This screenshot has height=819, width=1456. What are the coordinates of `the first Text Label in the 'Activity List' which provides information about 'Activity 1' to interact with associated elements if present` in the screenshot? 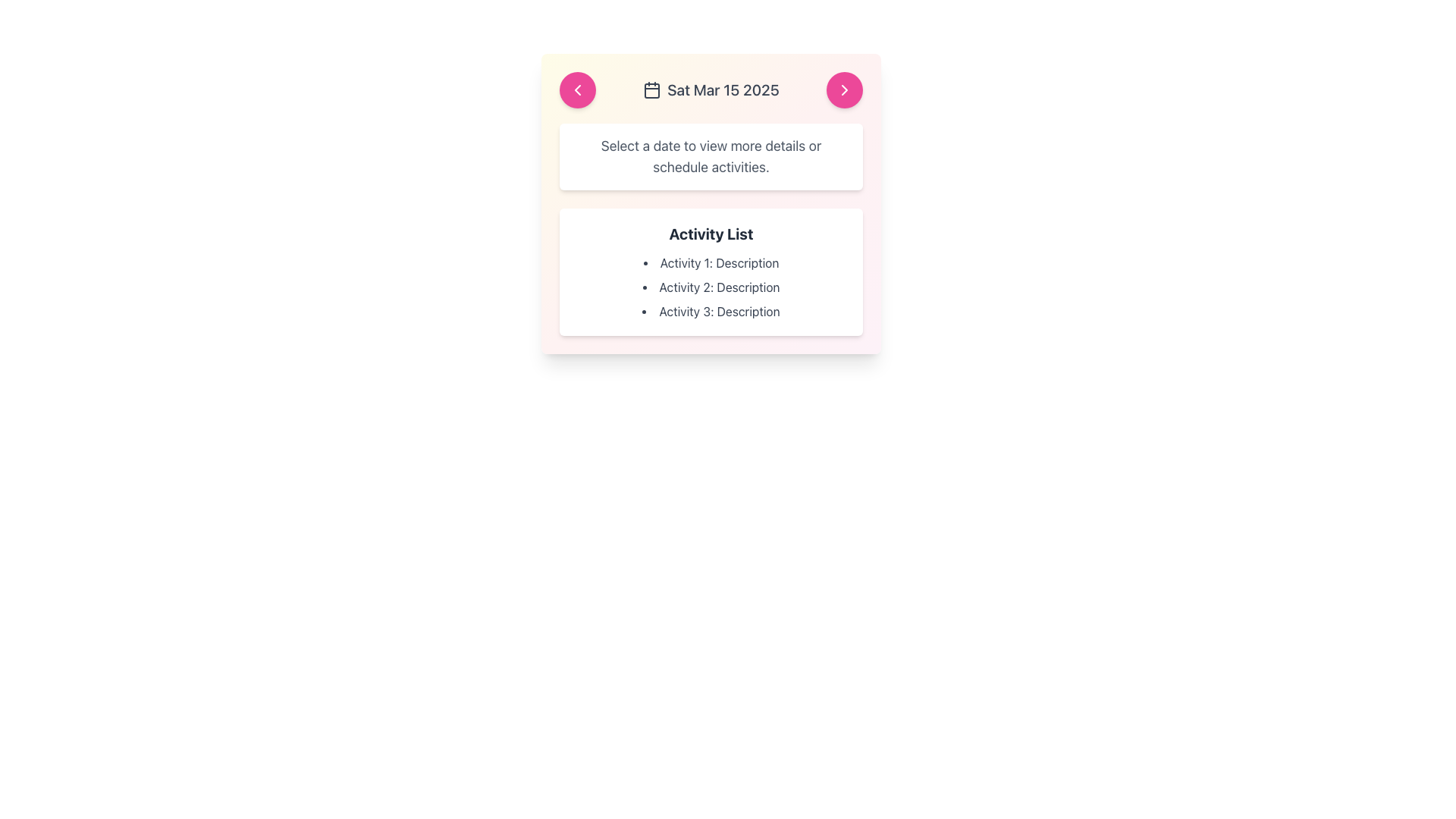 It's located at (710, 262).